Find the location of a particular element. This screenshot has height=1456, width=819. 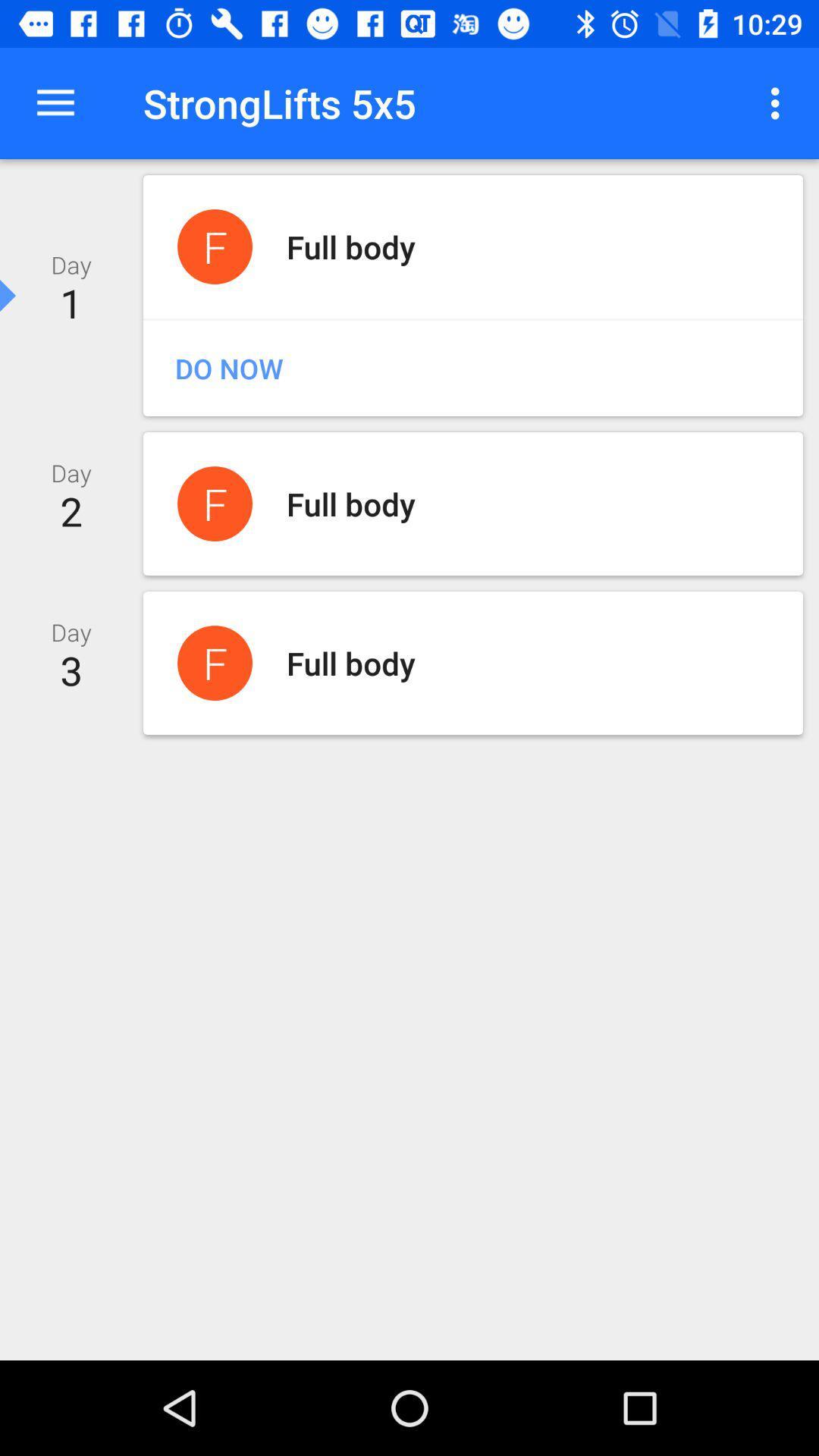

item at the top right corner is located at coordinates (779, 102).